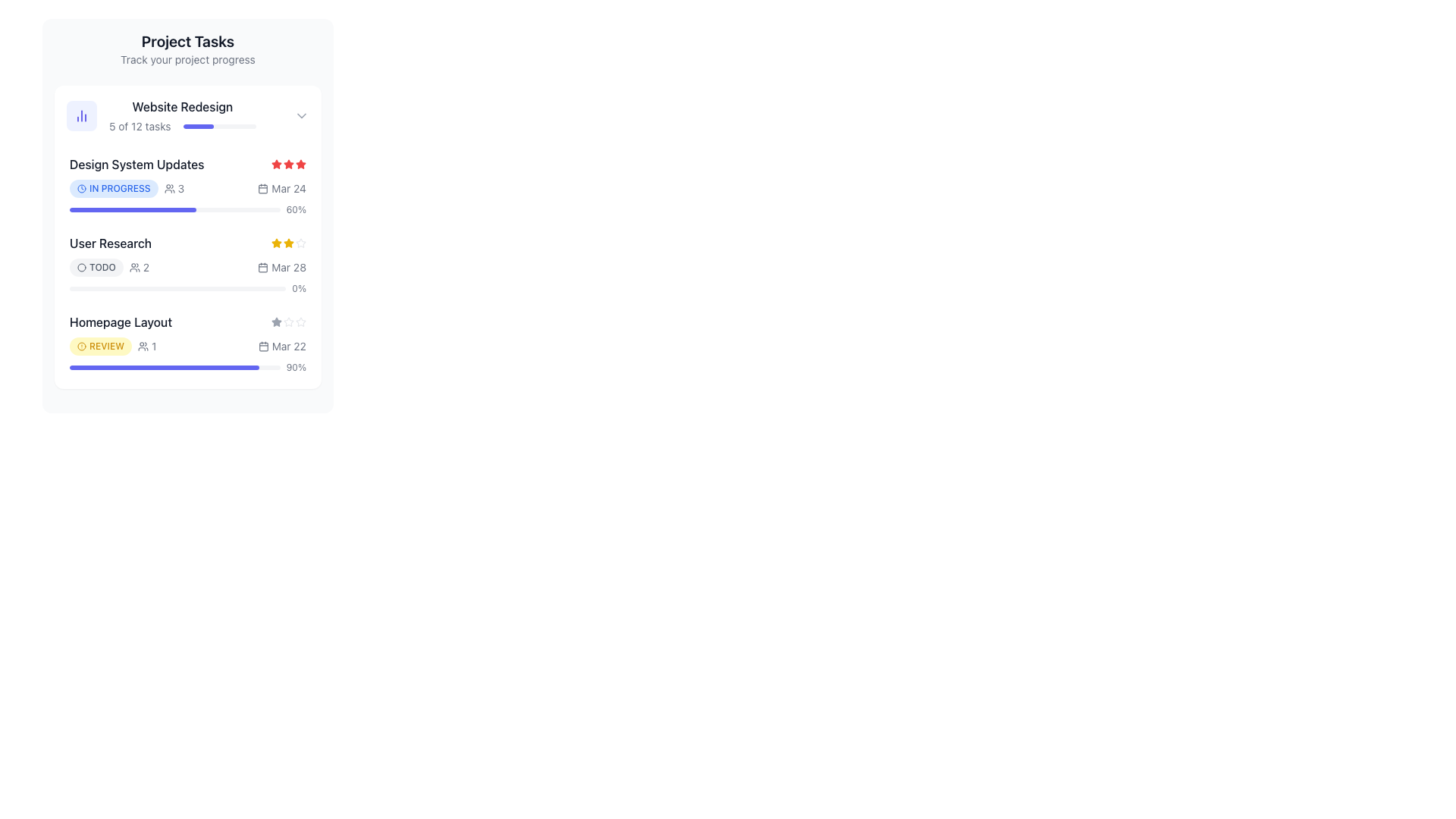 The height and width of the screenshot is (819, 1456). Describe the element at coordinates (180, 115) in the screenshot. I see `the Task progress indicator titled 'Website Redesign' with subtitle '5 of 12 tasks'` at that location.